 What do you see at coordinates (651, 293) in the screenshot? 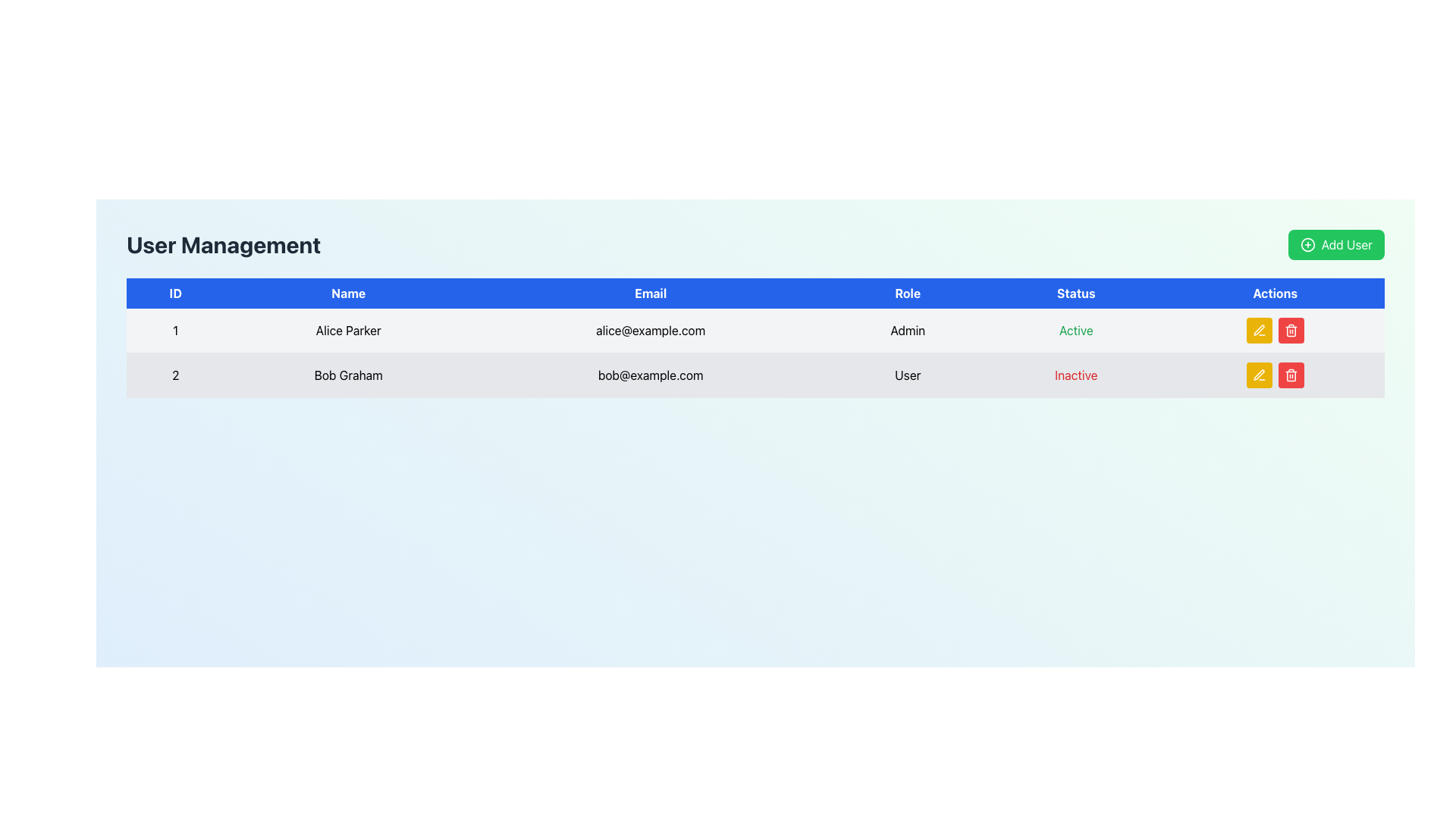
I see `the 'Email' label, which is styled with white text on a dark blue background and is the third column in the header row of a table` at bounding box center [651, 293].